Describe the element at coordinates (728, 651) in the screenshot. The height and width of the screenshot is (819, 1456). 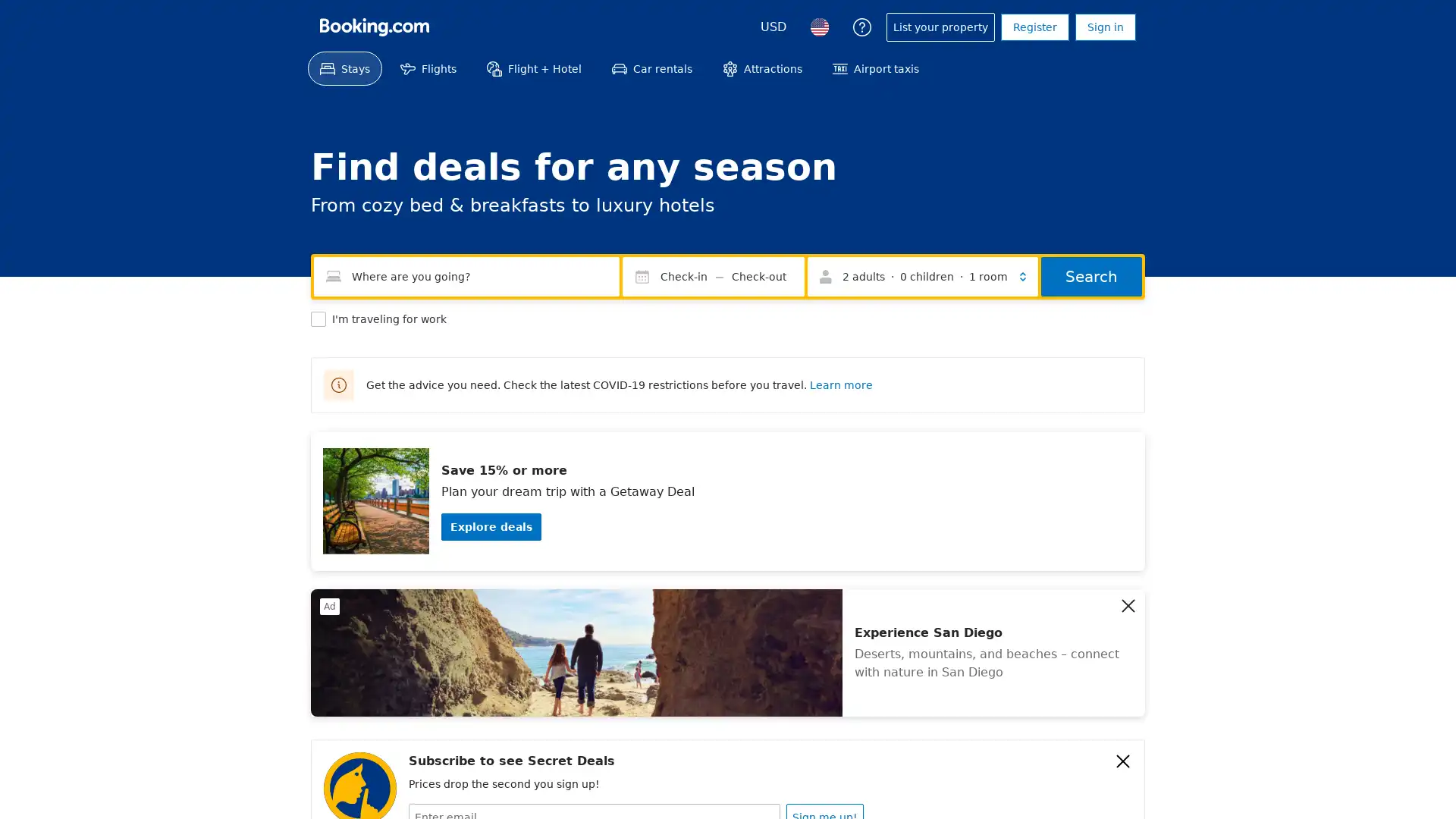
I see `Ad Experience San Diego Deserts, mountains, and beaches  connect with nature in San Diego` at that location.